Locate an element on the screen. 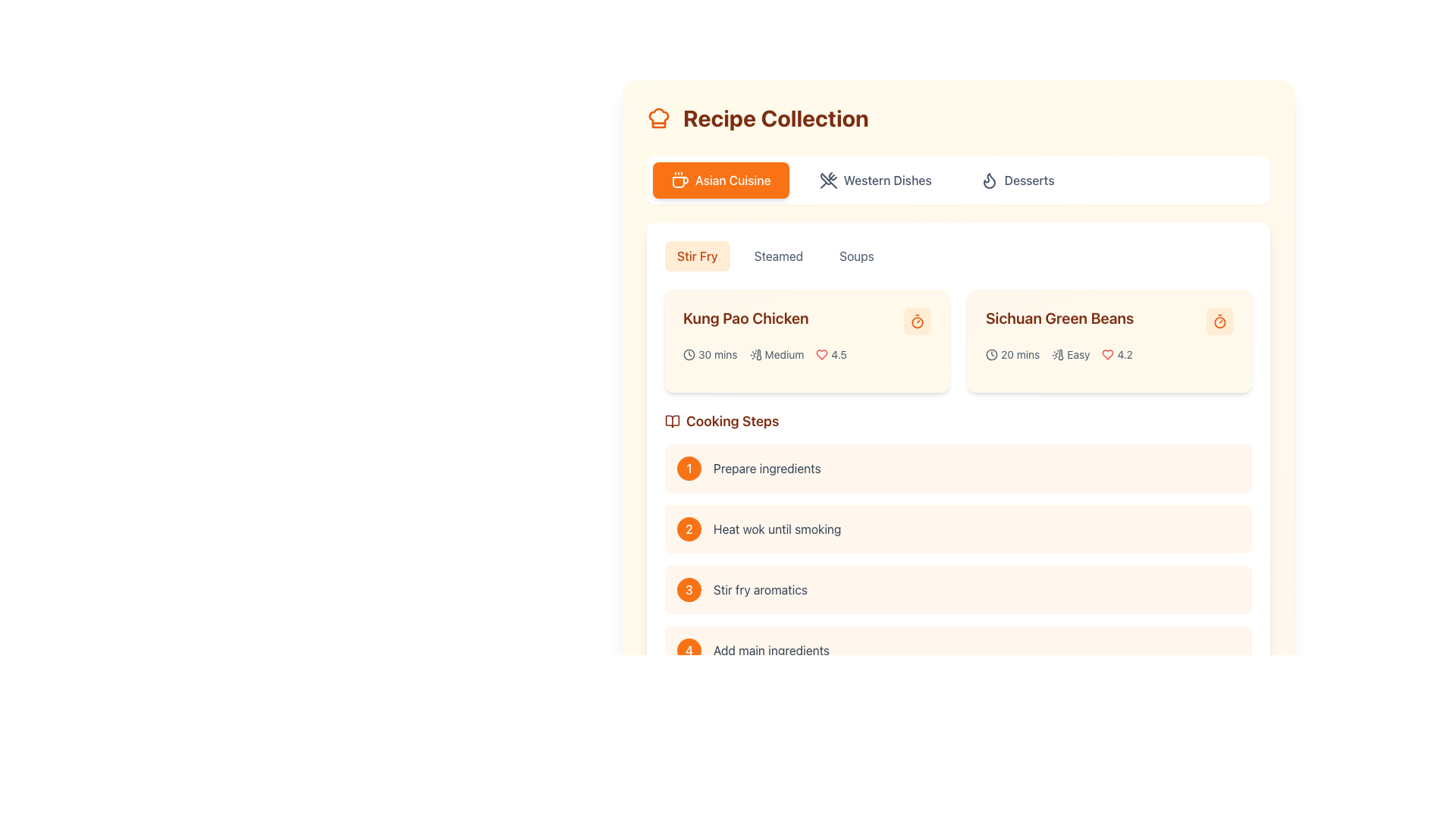 The width and height of the screenshot is (1456, 819). information from the recipe details section, which includes preparation time, difficulty level, and rating for the 'Kung Pao Chicken' recipe is located at coordinates (806, 354).